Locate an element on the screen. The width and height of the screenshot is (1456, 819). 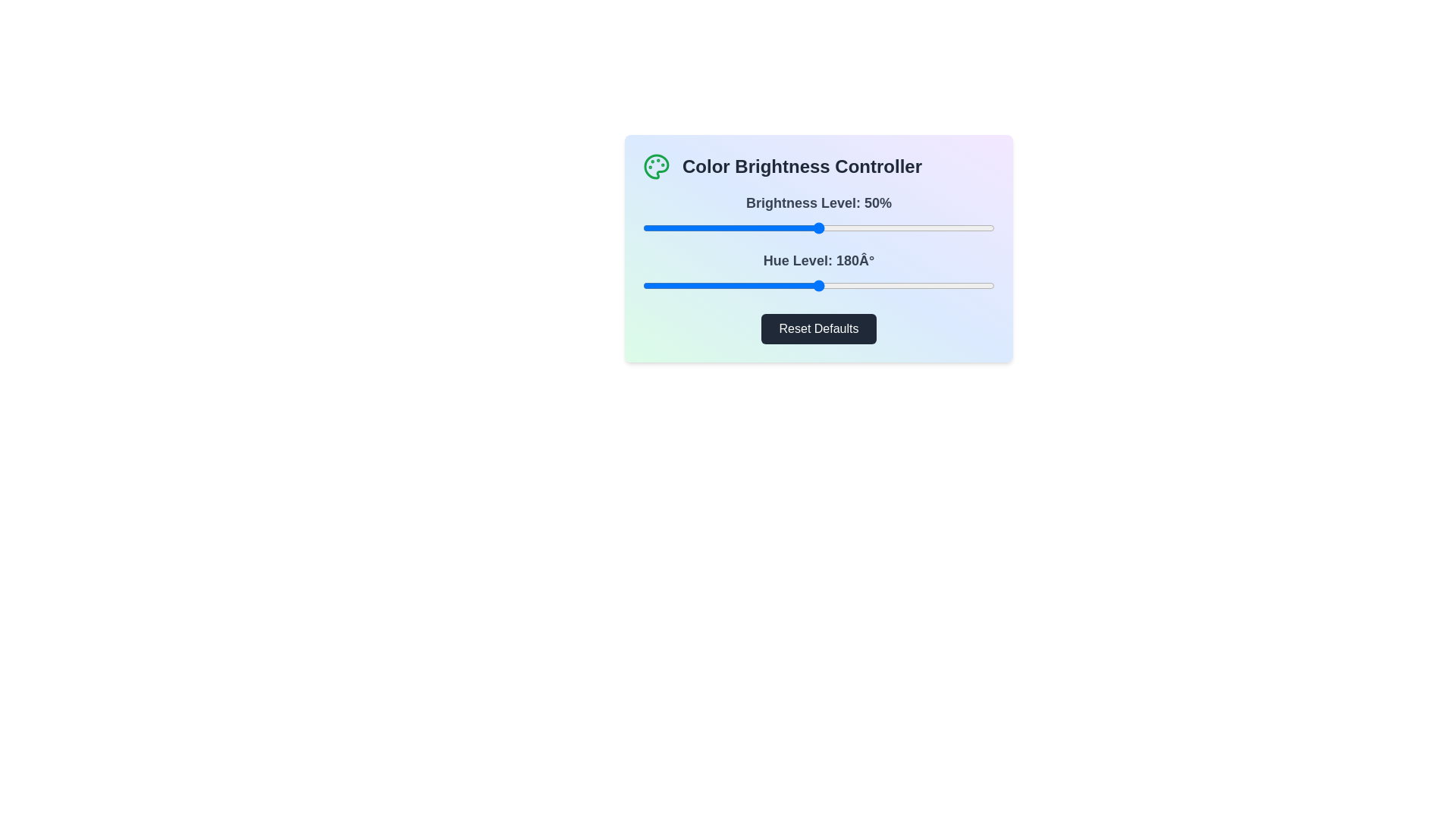
the brightness slider to 92% is located at coordinates (965, 227).